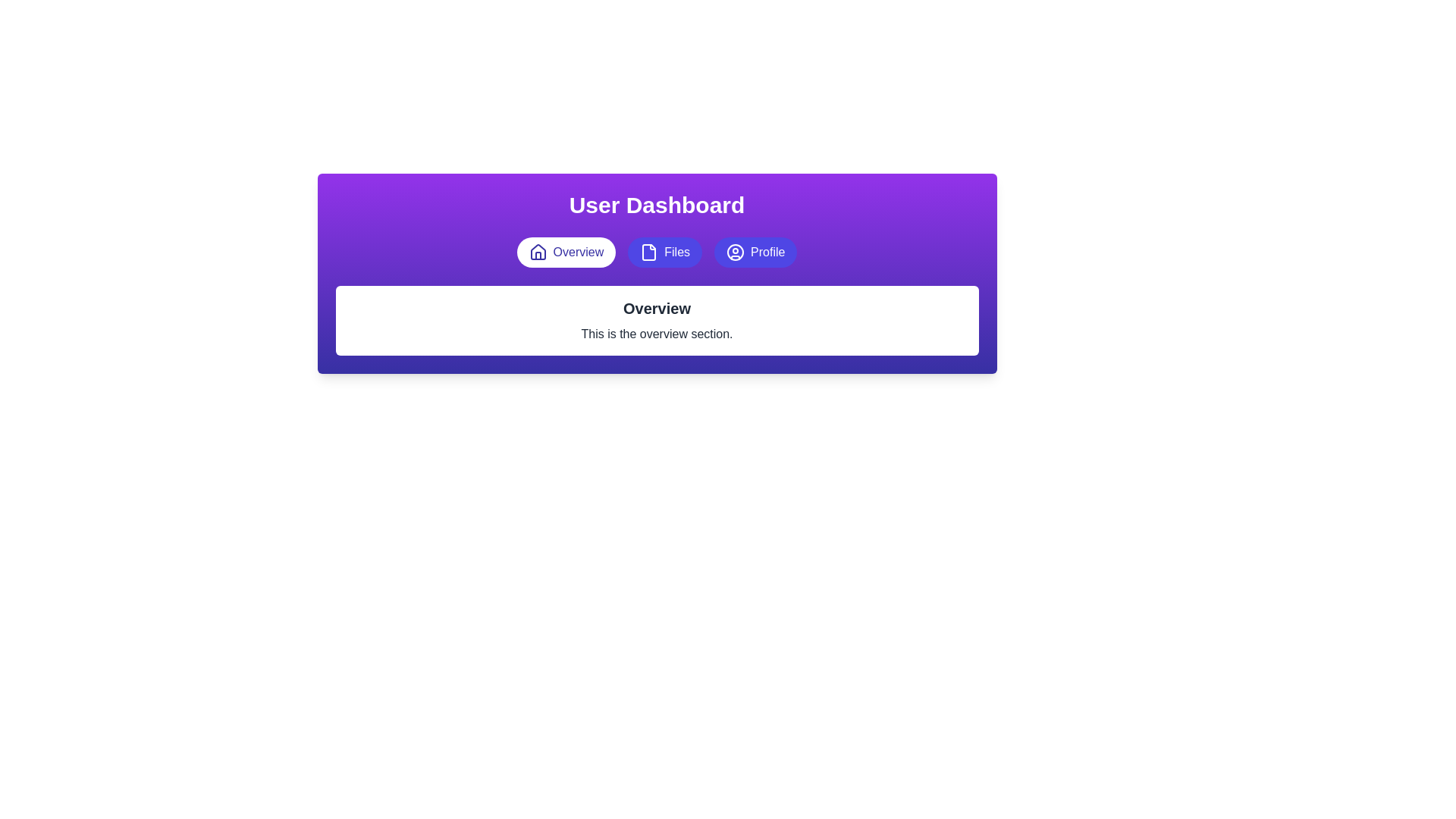  Describe the element at coordinates (735, 251) in the screenshot. I see `the blue circular graphic representing the user profile in the Profile section of the header bar` at that location.